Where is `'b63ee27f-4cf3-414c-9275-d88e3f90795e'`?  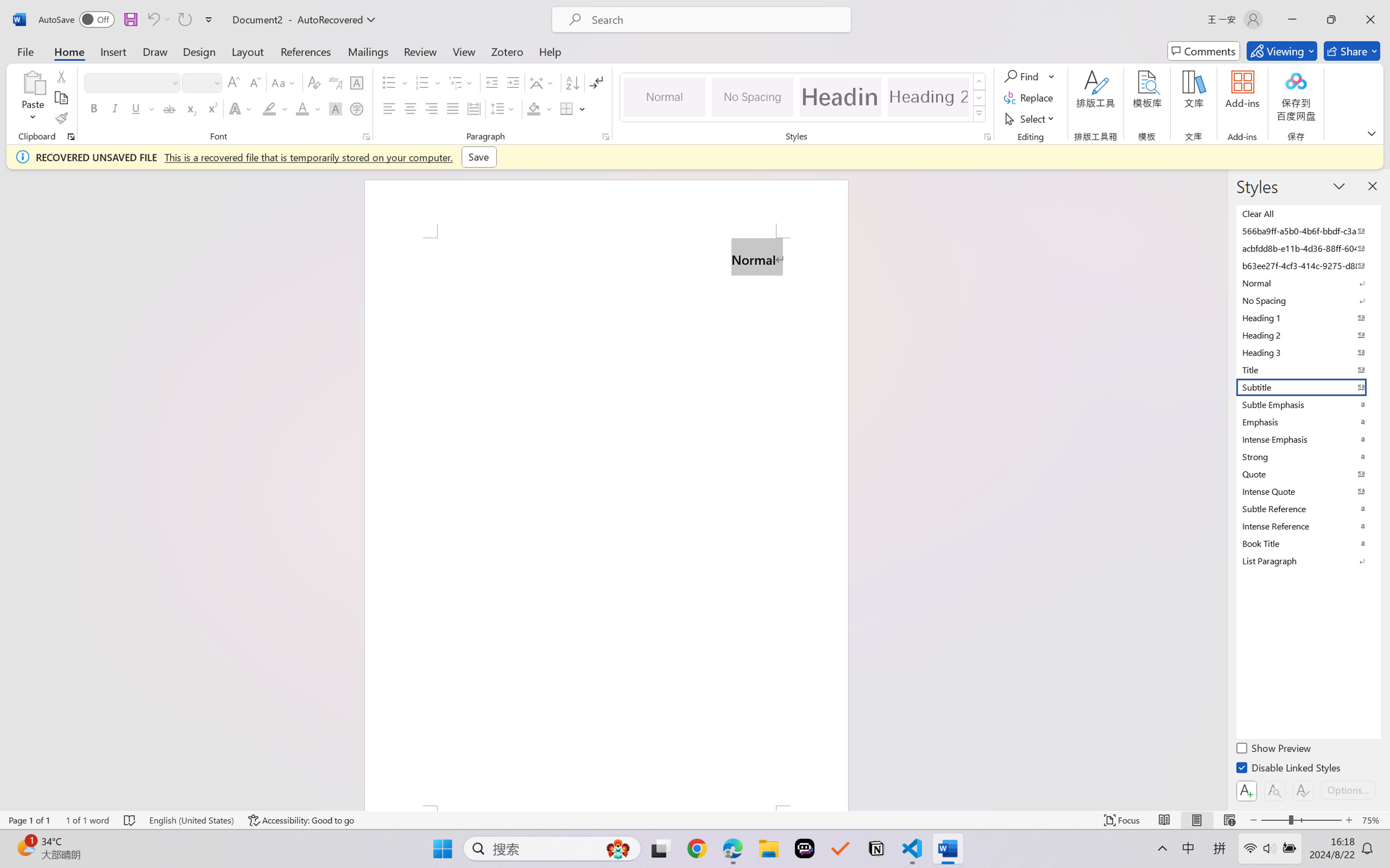 'b63ee27f-4cf3-414c-9275-d88e3f90795e' is located at coordinates (1307, 265).